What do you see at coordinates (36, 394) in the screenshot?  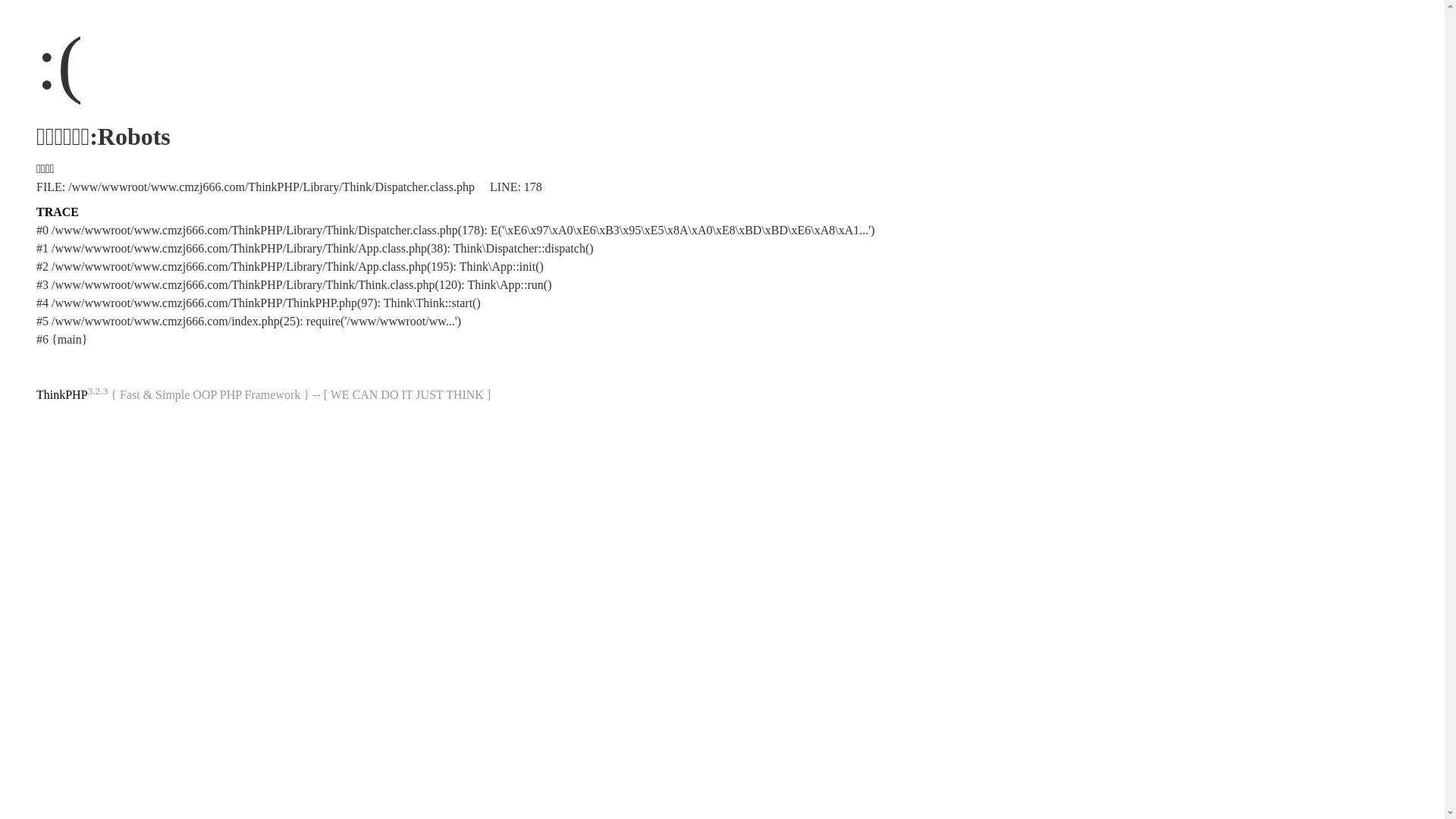 I see `'ThinkPHP'` at bounding box center [36, 394].